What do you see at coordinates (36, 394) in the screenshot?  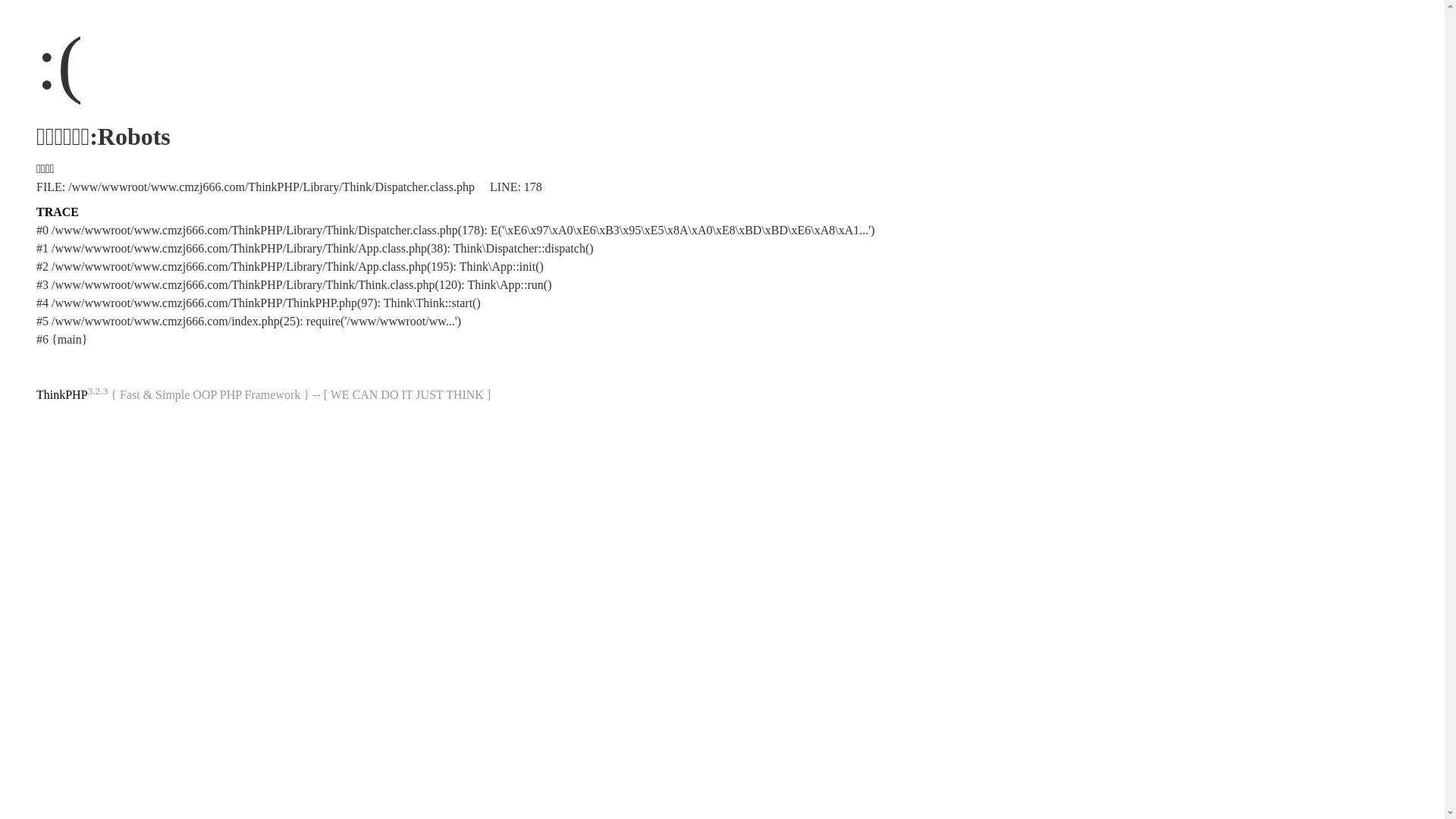 I see `'ThinkPHP'` at bounding box center [36, 394].